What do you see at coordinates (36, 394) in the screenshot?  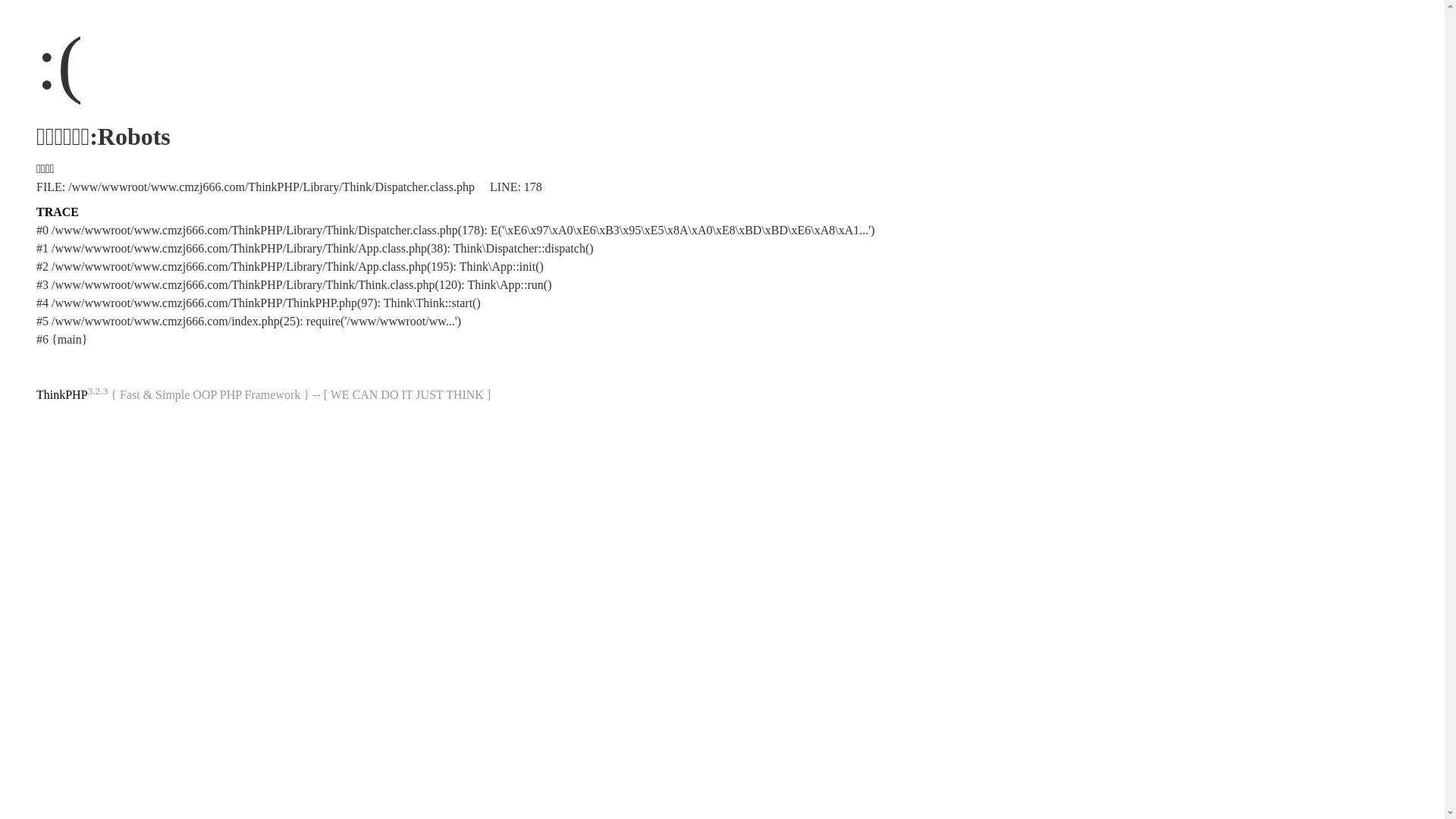 I see `'ThinkPHP'` at bounding box center [36, 394].